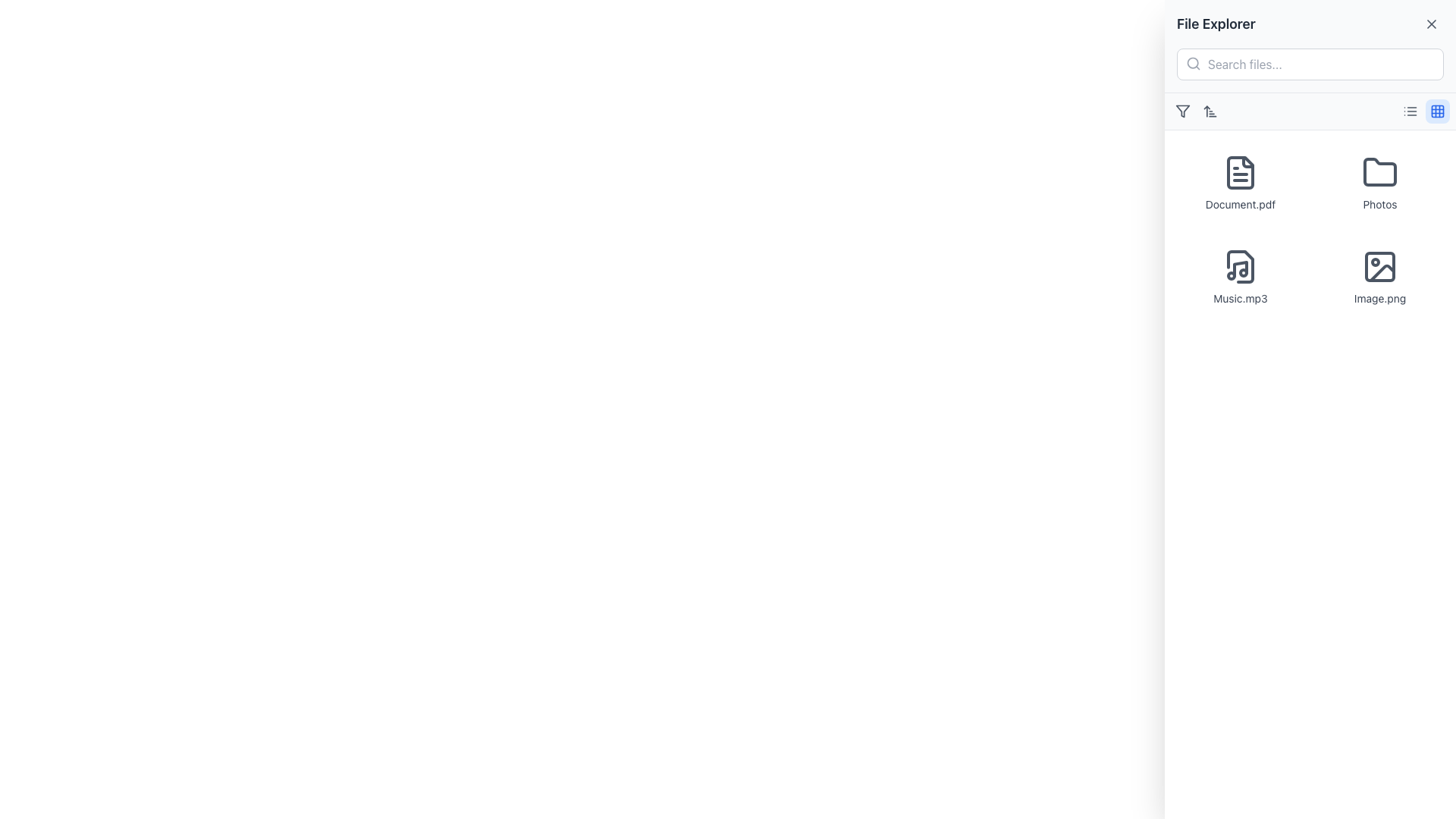 The image size is (1456, 819). What do you see at coordinates (1193, 63) in the screenshot?
I see `the search icon represented as a magnifying glass, which is located on the left side of the text input field labeled 'Search files...' in the toolbar` at bounding box center [1193, 63].